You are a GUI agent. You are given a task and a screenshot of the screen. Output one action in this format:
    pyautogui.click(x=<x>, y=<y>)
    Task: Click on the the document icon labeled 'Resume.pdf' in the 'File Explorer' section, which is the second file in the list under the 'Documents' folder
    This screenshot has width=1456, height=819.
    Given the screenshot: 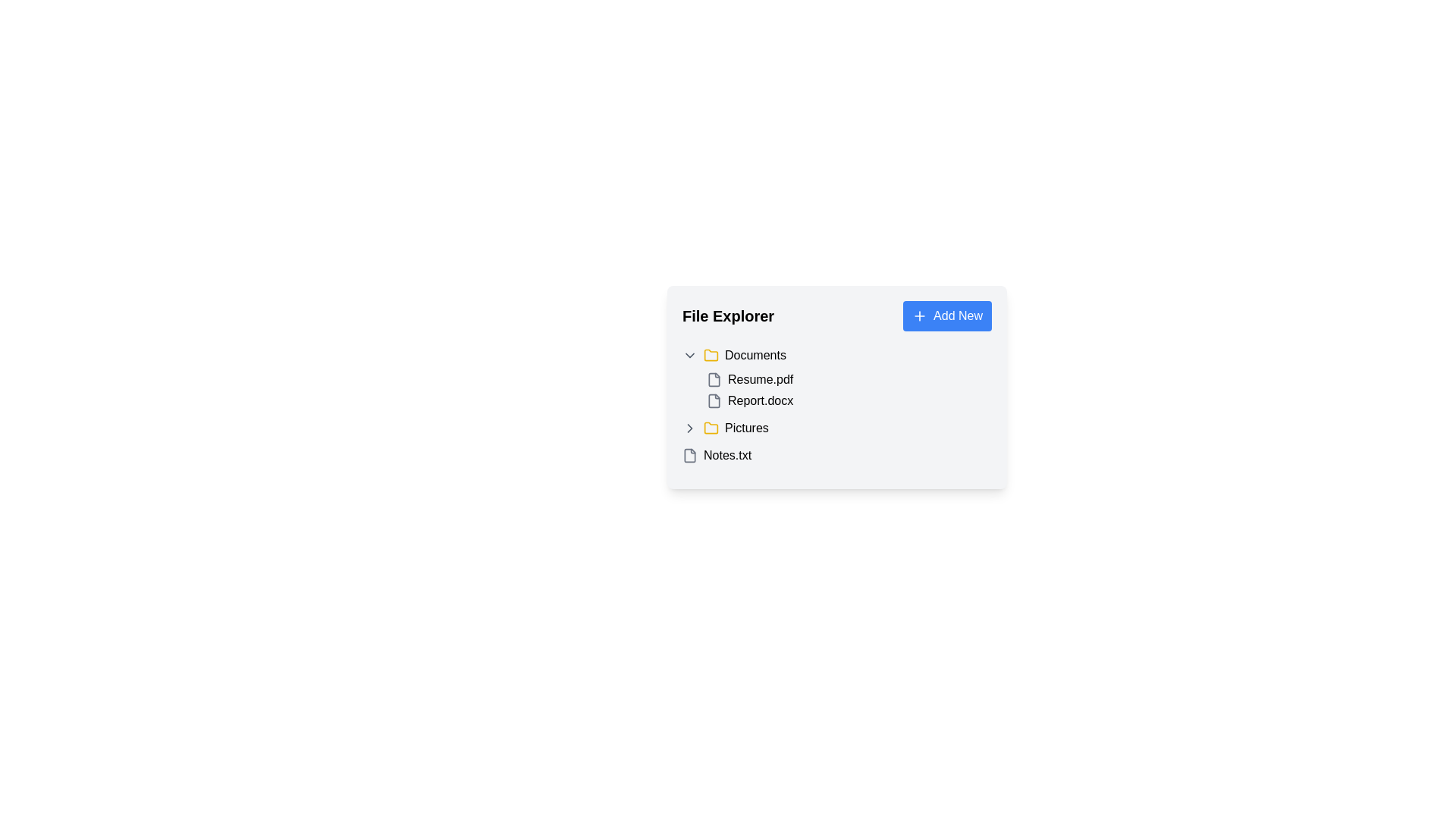 What is the action you would take?
    pyautogui.click(x=713, y=379)
    